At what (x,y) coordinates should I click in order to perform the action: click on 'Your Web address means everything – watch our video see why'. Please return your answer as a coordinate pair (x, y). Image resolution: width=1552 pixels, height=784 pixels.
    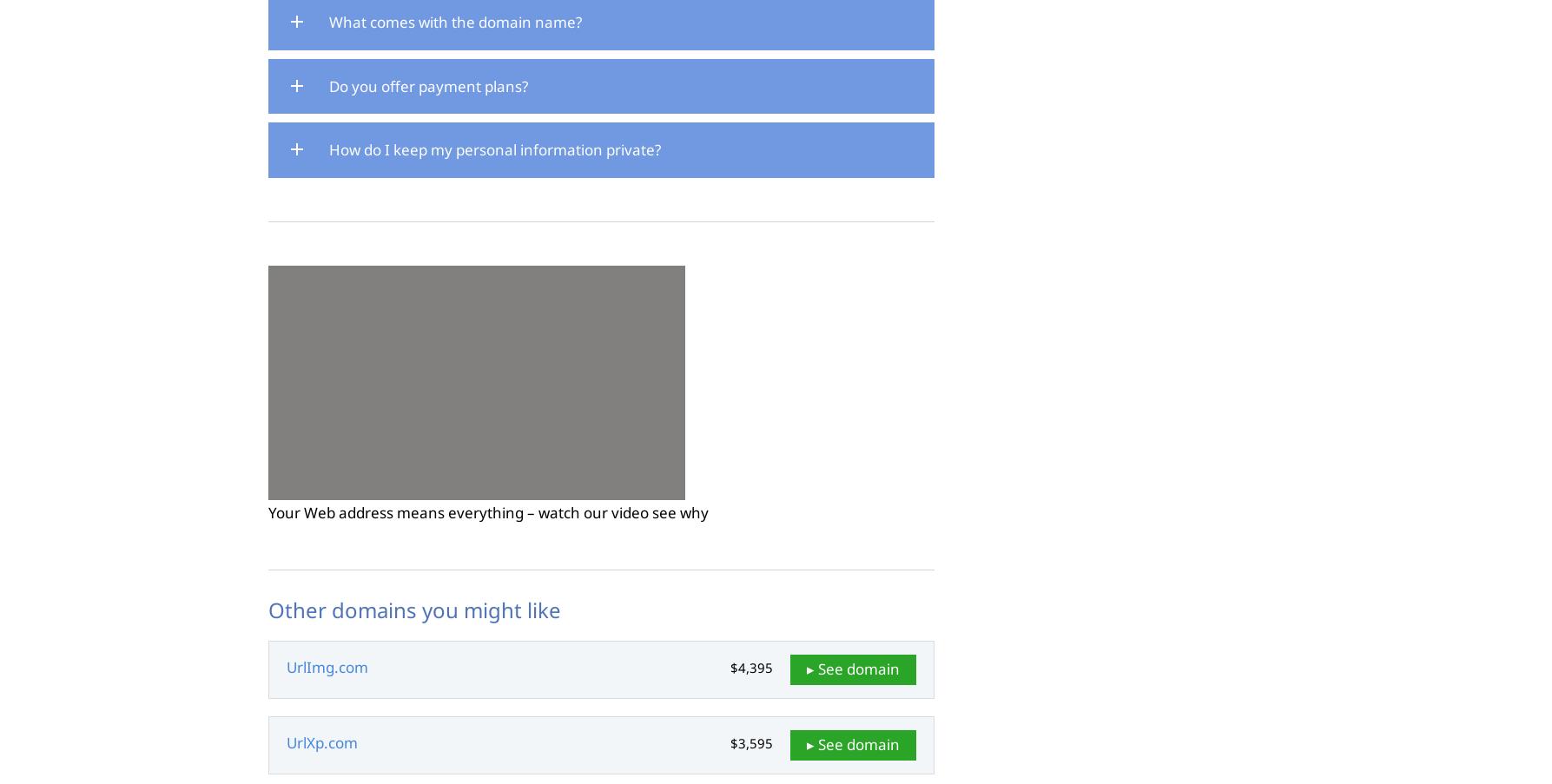
    Looking at the image, I should click on (486, 512).